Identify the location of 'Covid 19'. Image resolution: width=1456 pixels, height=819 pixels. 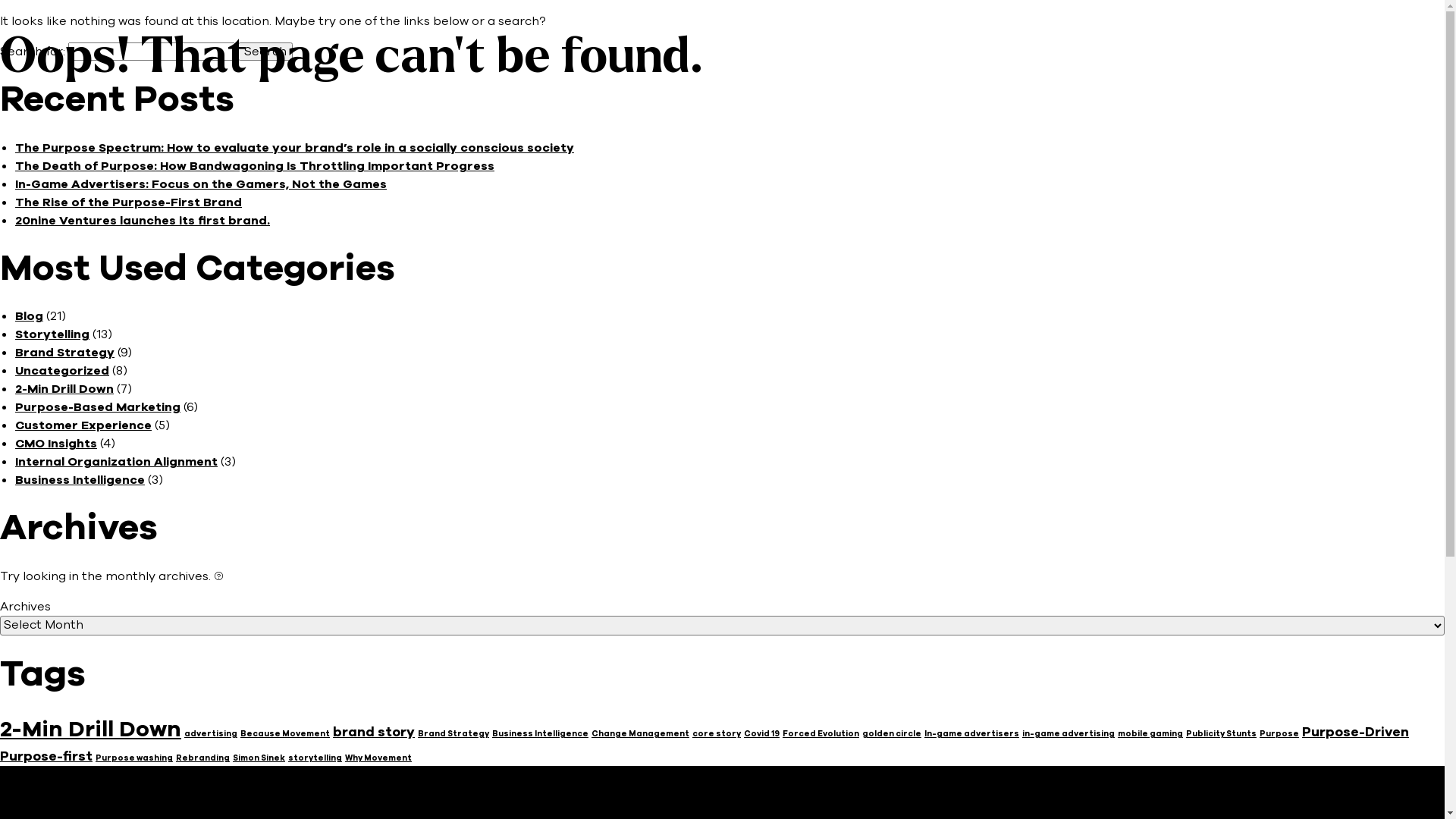
(743, 733).